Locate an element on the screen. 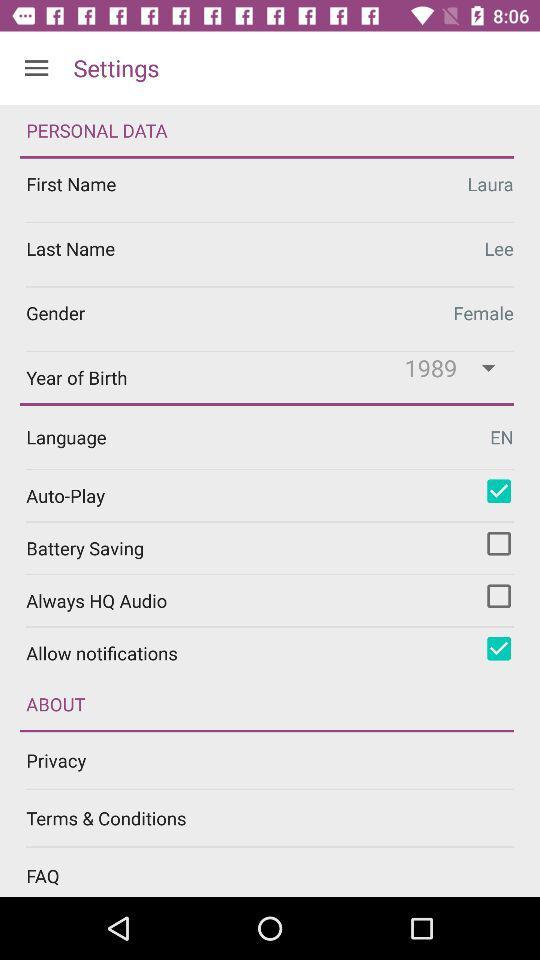 The height and width of the screenshot is (960, 540). edit last name is located at coordinates (270, 253).